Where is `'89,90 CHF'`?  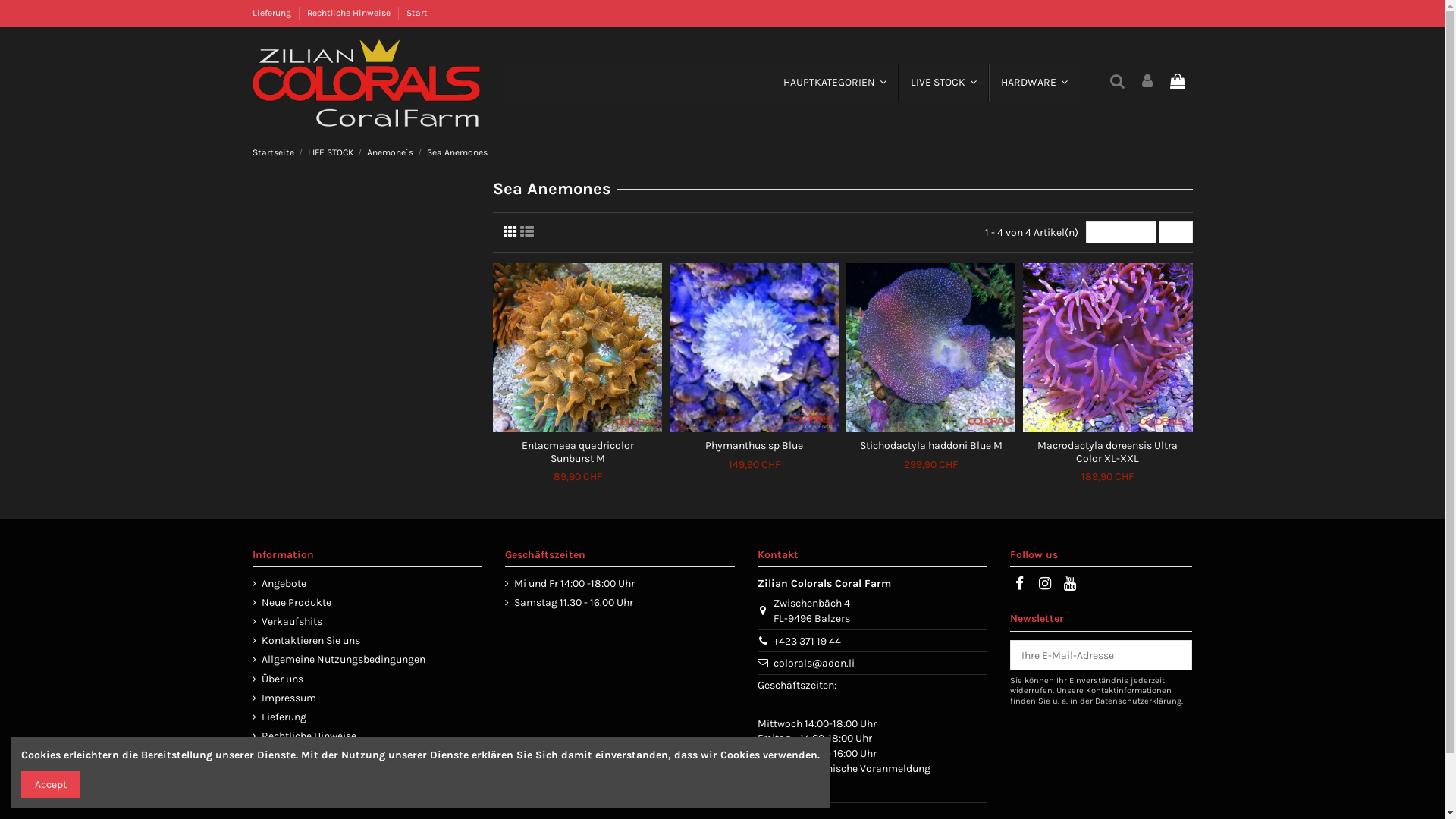
'89,90 CHF' is located at coordinates (552, 475).